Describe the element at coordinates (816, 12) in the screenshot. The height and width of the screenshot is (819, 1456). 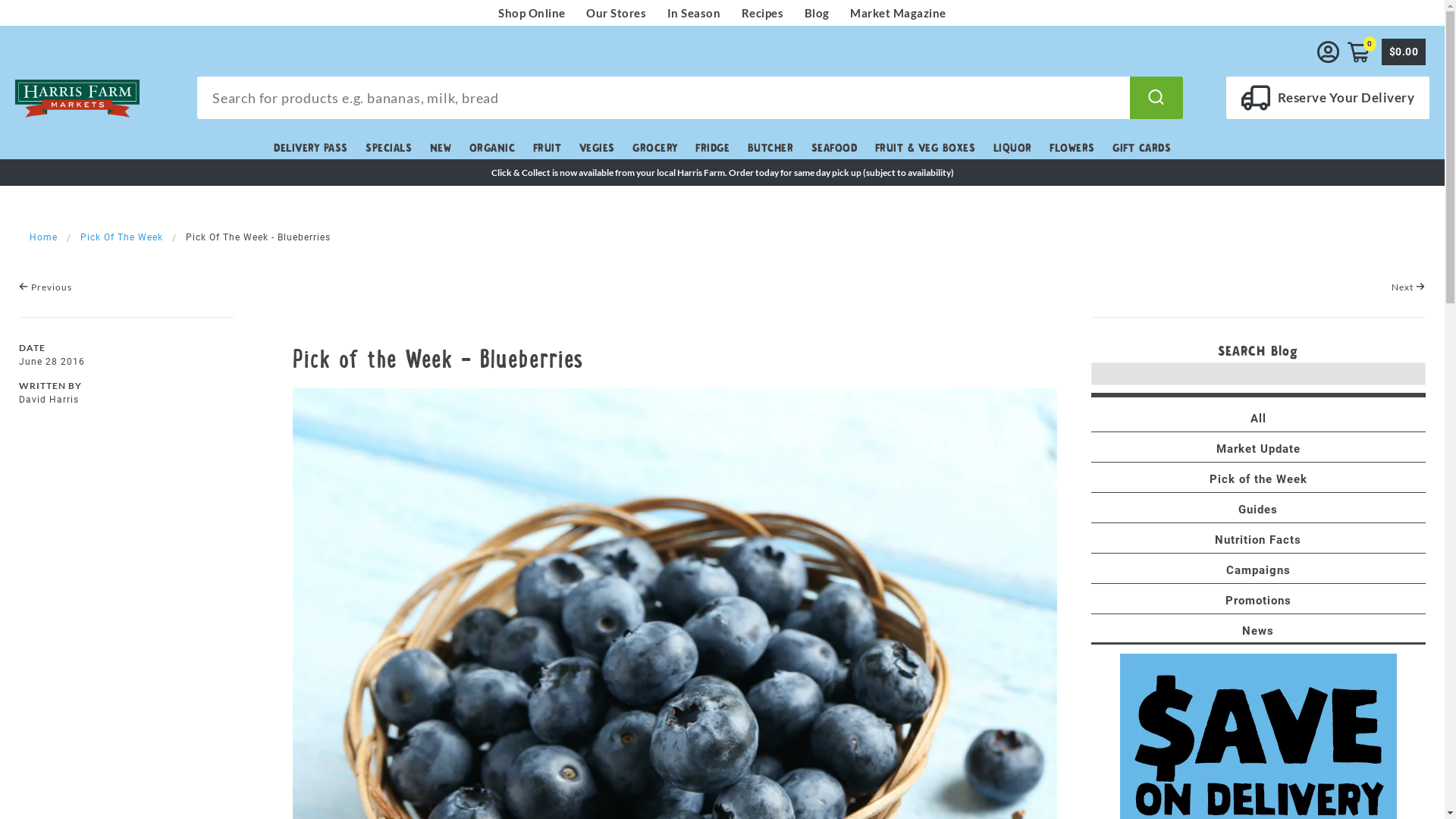
I see `'Blog'` at that location.